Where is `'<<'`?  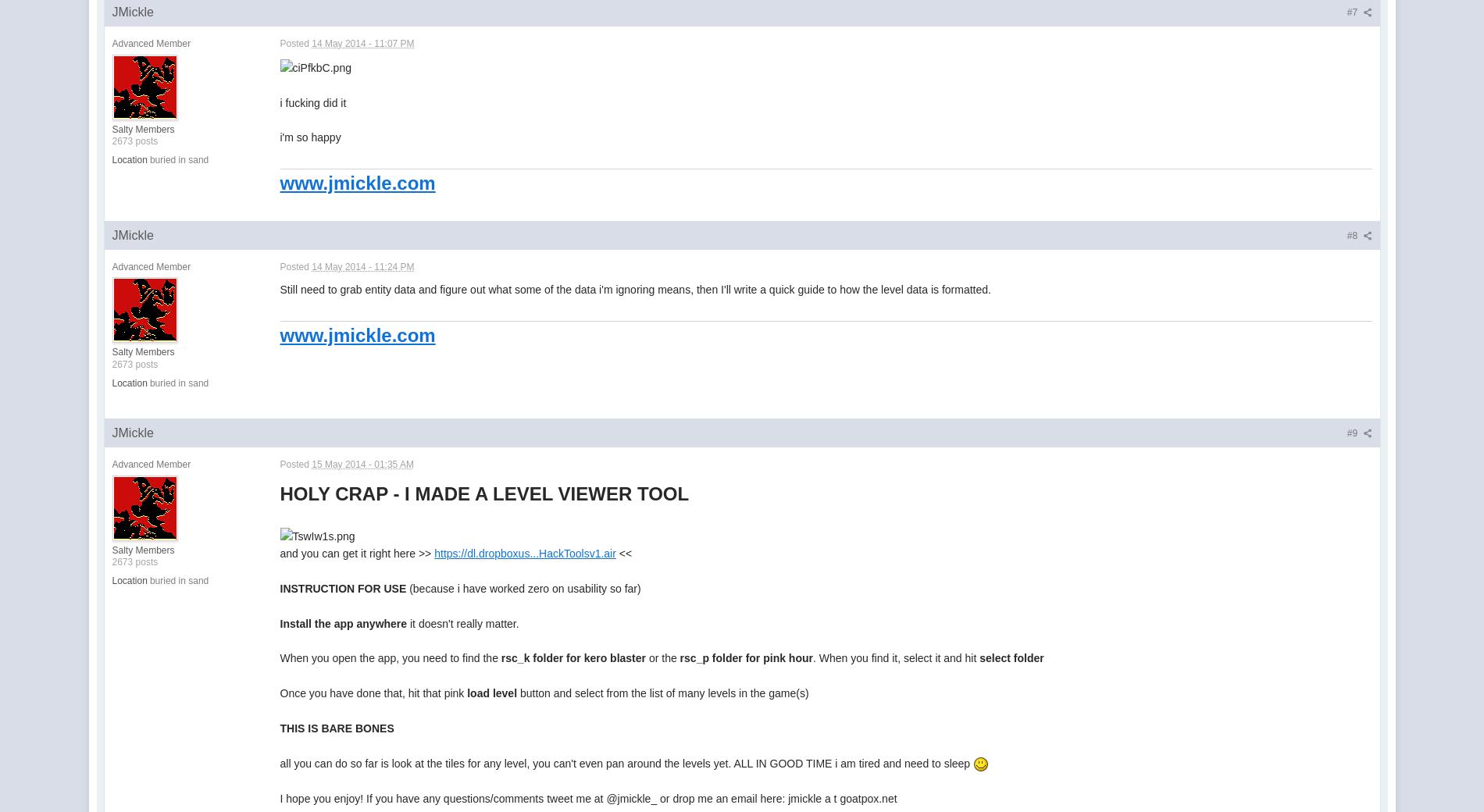
'<<' is located at coordinates (622, 553).